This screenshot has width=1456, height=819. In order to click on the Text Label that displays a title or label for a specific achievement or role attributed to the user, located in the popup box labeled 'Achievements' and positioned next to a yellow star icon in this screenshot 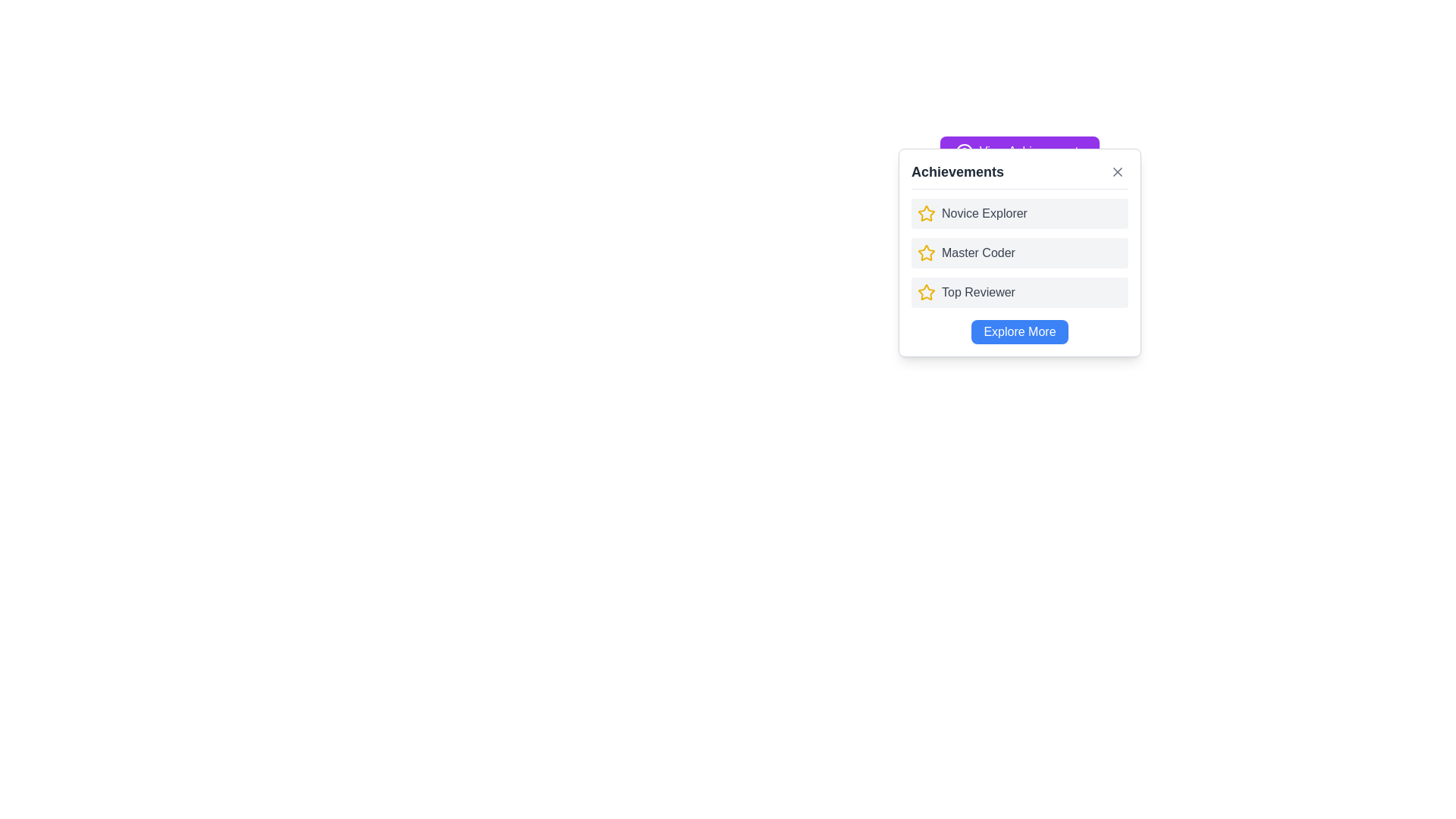, I will do `click(978, 253)`.